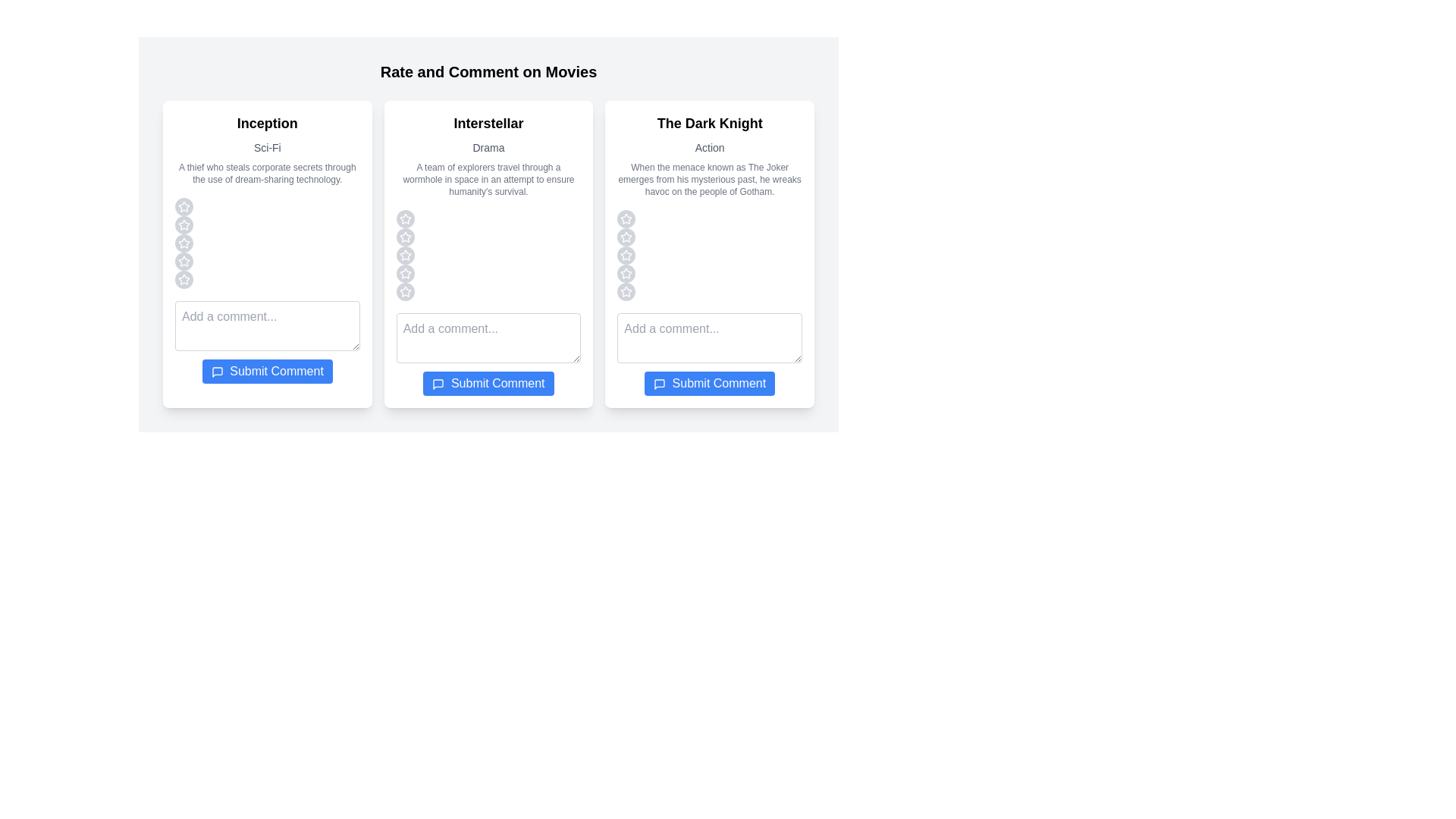 The width and height of the screenshot is (1456, 819). I want to click on the star corresponding to the rating 2 for the movie Interstellar, so click(404, 237).